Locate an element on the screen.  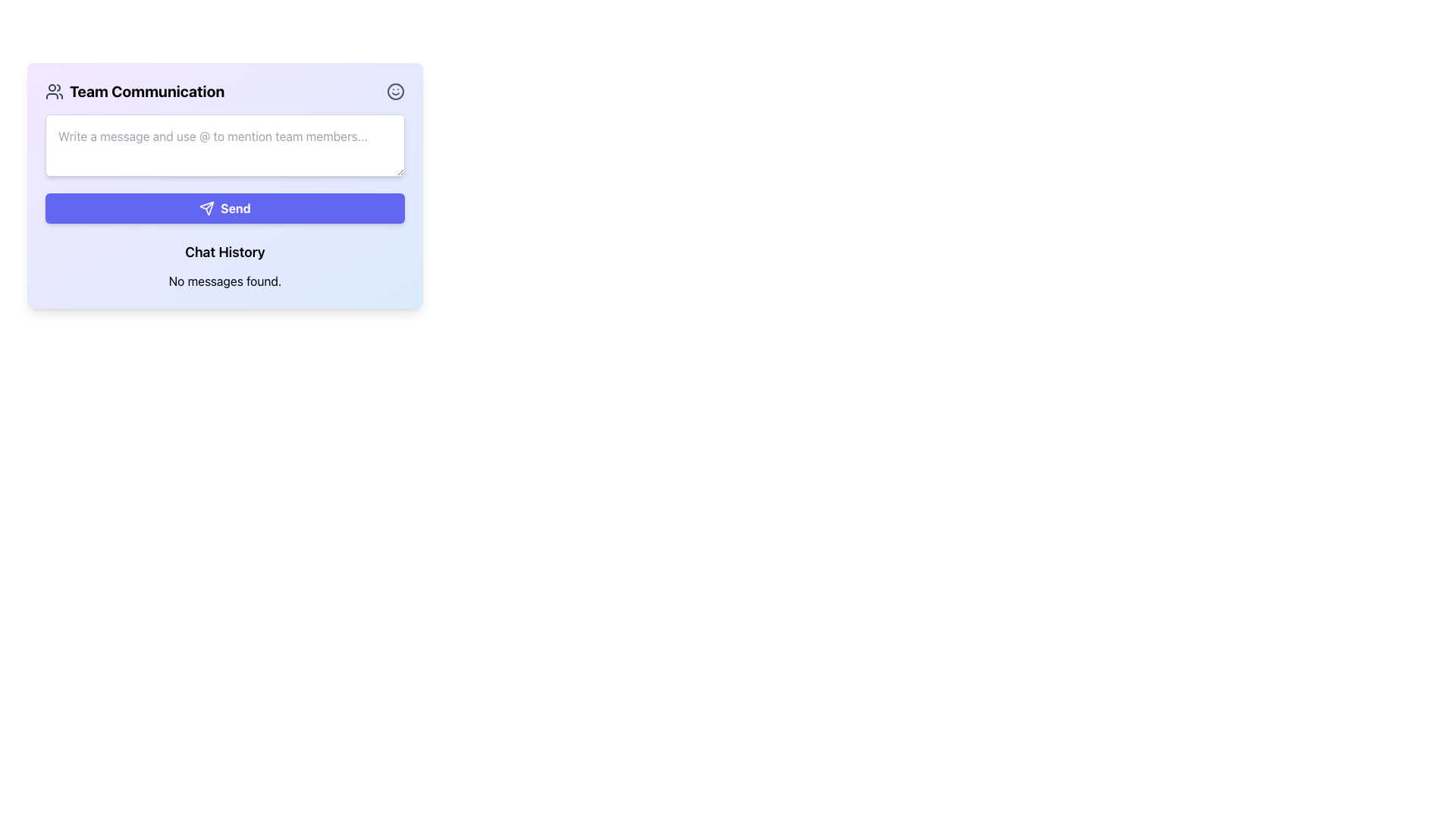
the stylized send icon located on the left side of the 'Send' button at the bottom center of the 'Team Communication' panel is located at coordinates (206, 208).